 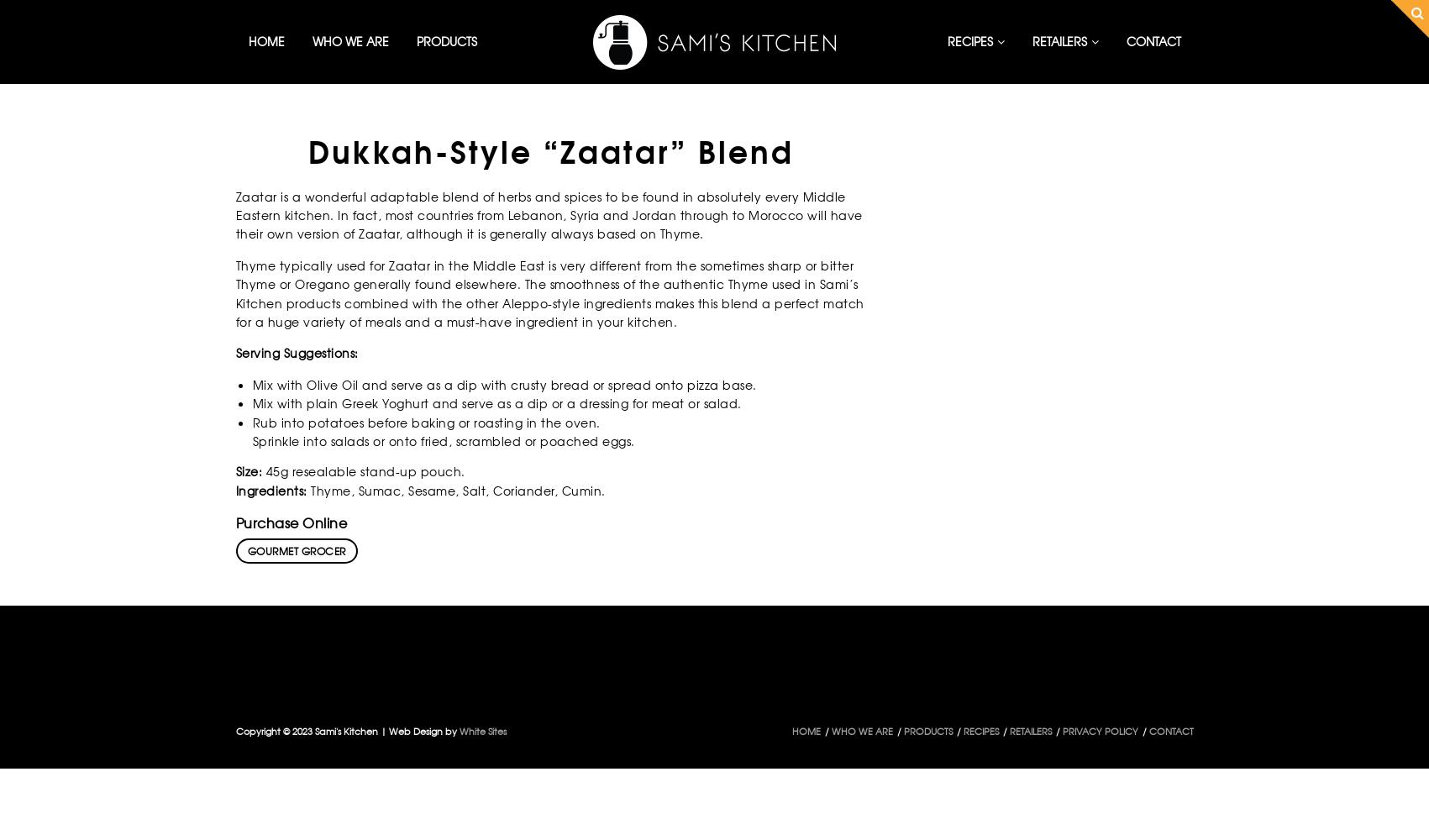 I want to click on 'Dukkah-Style “Zaatar” Blend', so click(x=549, y=150).